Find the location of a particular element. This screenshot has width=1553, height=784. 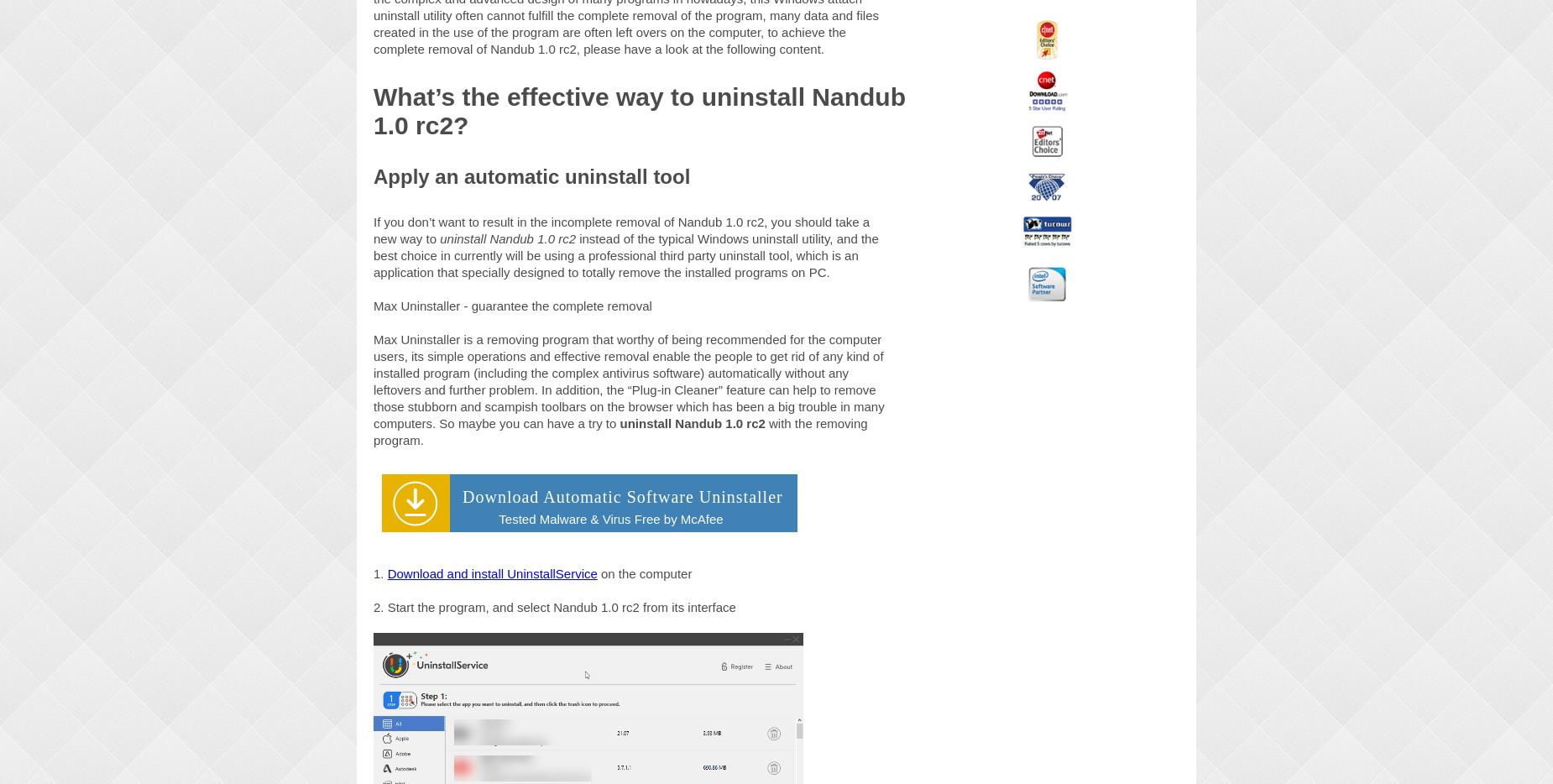

'instead of the typical Windows uninstall utility, and the best choice in 
					currently will be using a professional third party uninstall tool, which is an application that specially designed to totally remove the installed programs on PC.' is located at coordinates (625, 254).